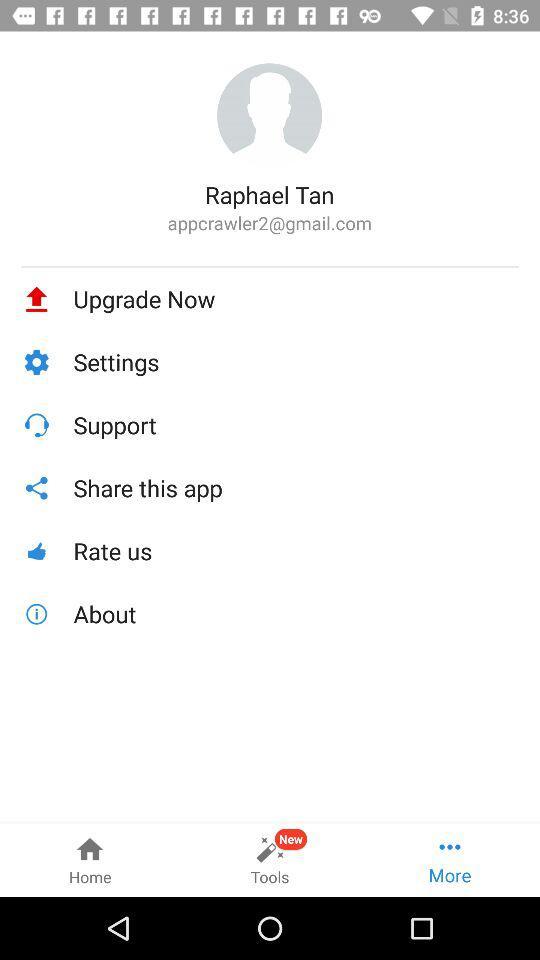 This screenshot has height=960, width=540. Describe the element at coordinates (295, 298) in the screenshot. I see `the upgrade now icon` at that location.